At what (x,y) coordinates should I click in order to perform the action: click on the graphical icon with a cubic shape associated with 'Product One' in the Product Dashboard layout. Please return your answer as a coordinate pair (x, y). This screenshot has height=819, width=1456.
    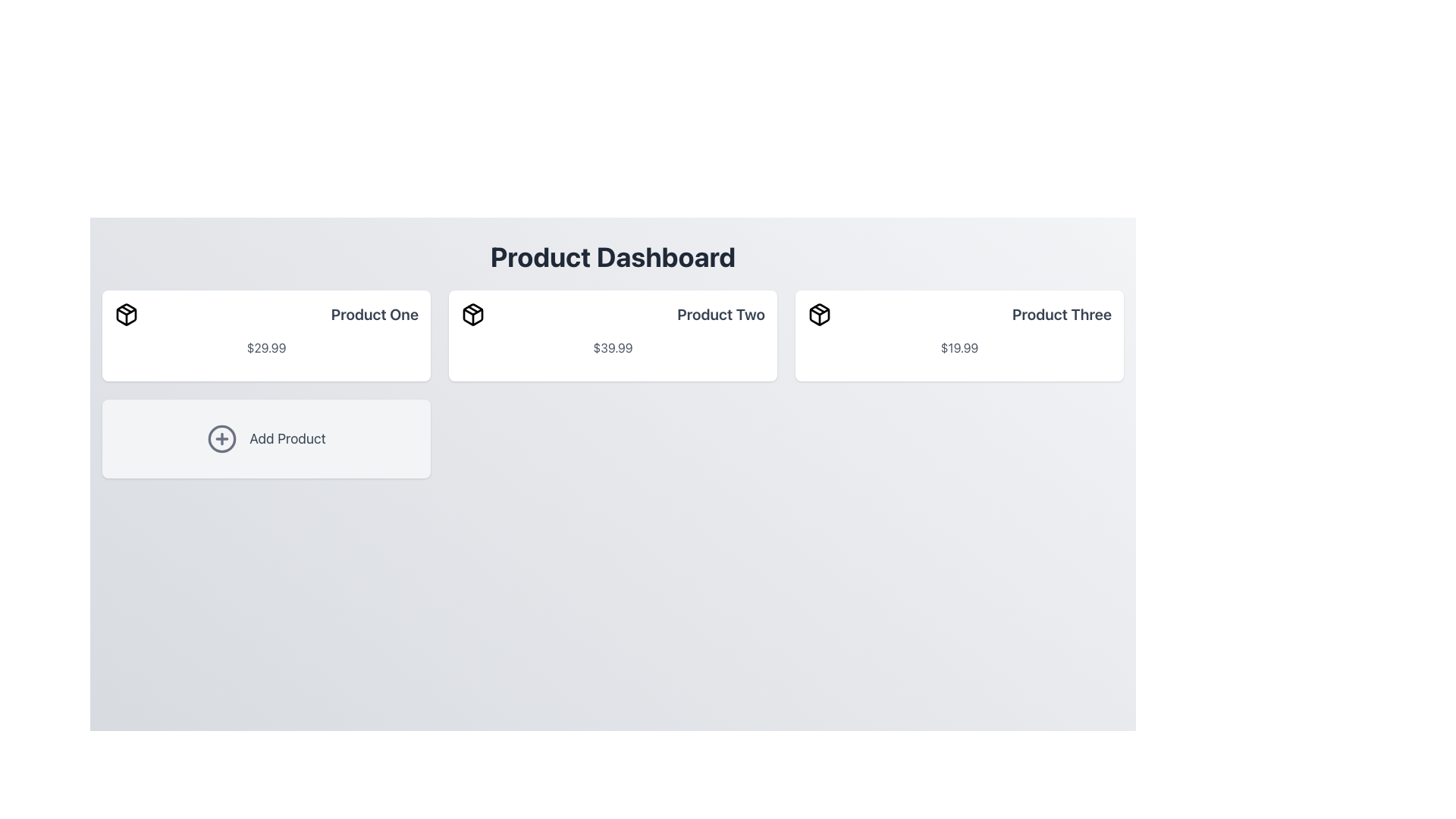
    Looking at the image, I should click on (127, 314).